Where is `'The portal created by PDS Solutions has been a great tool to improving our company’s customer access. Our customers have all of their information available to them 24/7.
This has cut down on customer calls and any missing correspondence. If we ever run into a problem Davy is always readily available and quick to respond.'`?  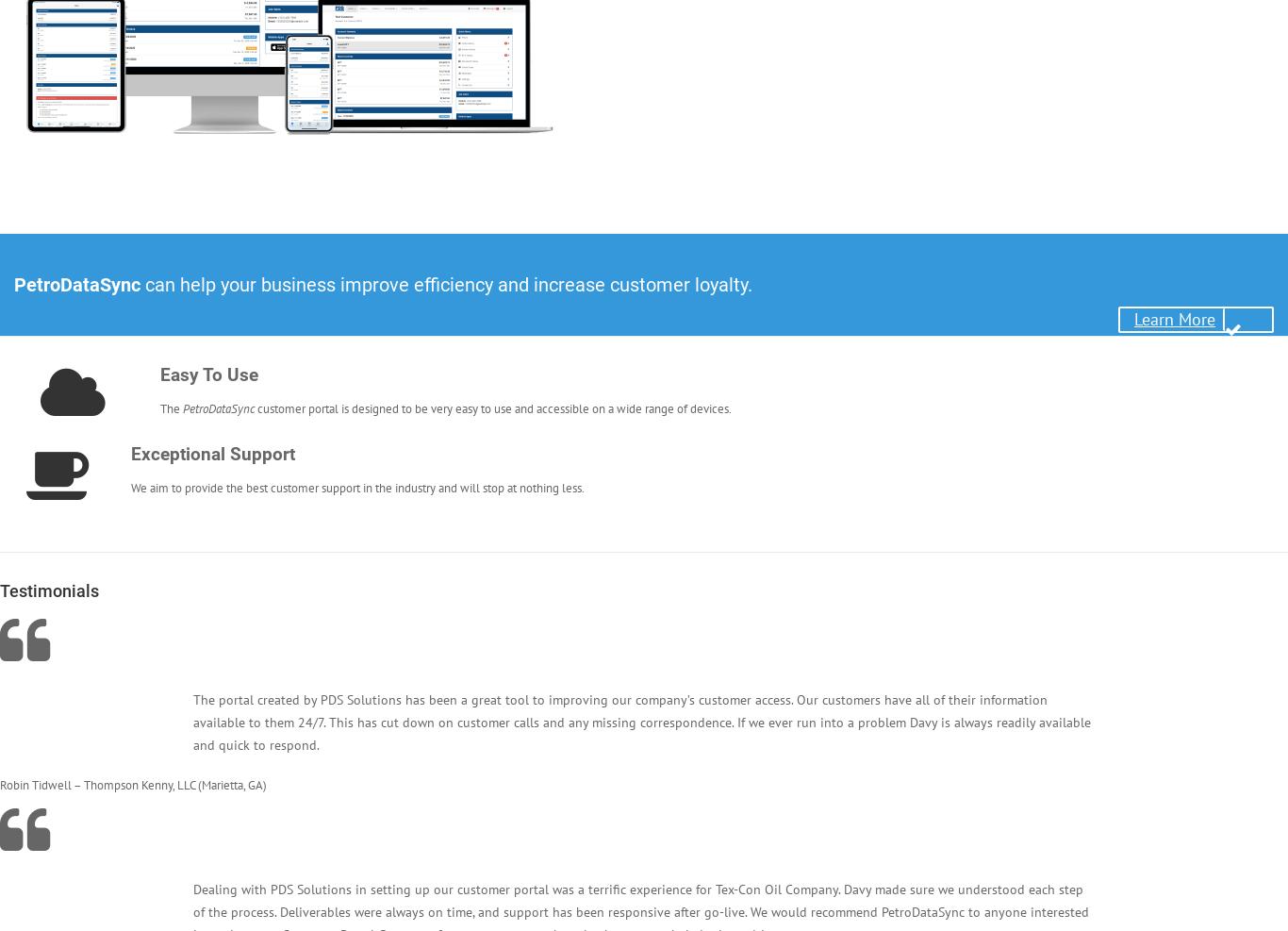 'The portal created by PDS Solutions has been a great tool to improving our company’s customer access. Our customers have all of their information available to them 24/7.
This has cut down on customer calls and any missing correspondence. If we ever run into a problem Davy is always readily available and quick to respond.' is located at coordinates (639, 721).